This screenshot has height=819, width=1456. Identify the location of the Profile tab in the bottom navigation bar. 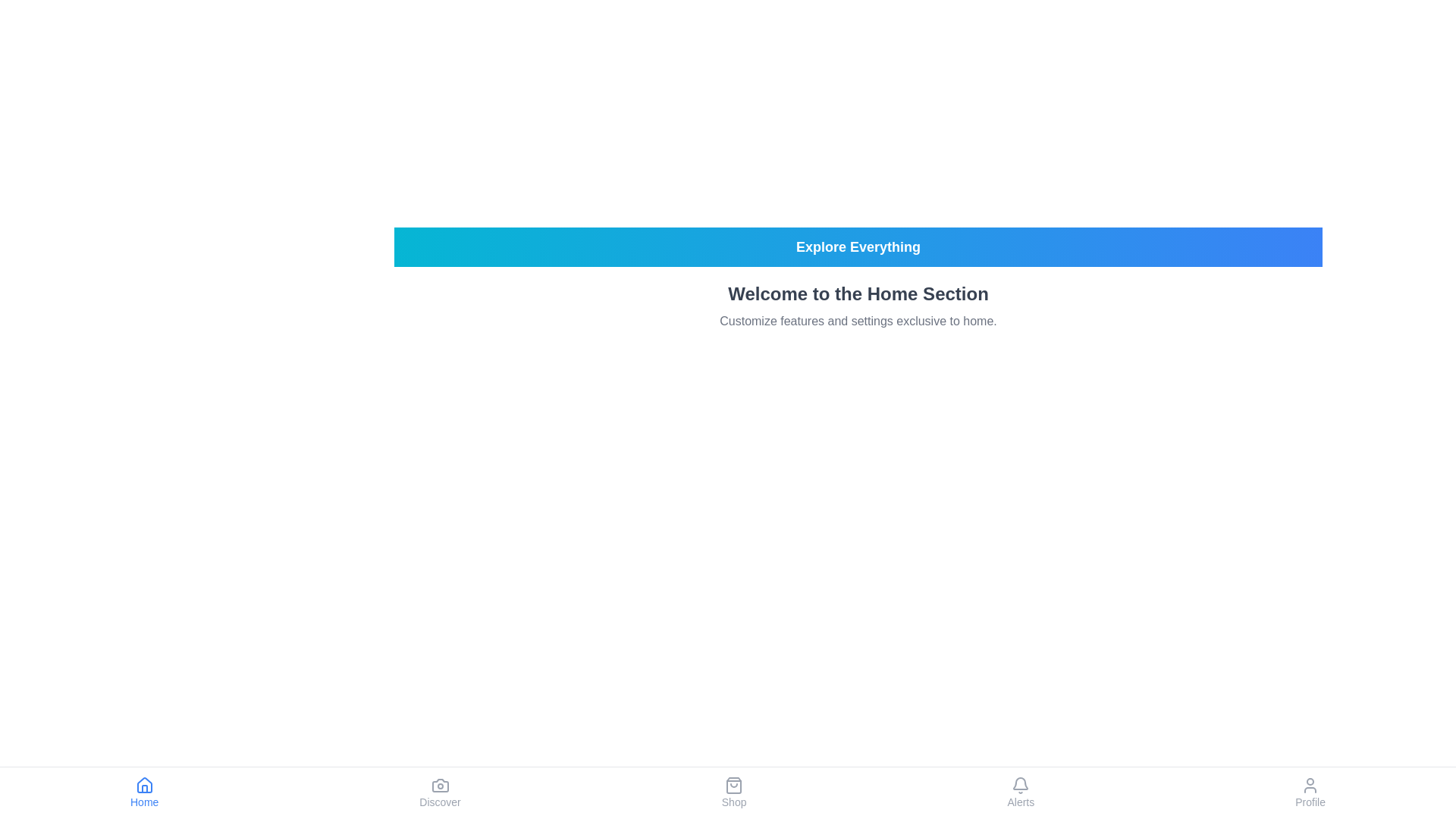
(1310, 792).